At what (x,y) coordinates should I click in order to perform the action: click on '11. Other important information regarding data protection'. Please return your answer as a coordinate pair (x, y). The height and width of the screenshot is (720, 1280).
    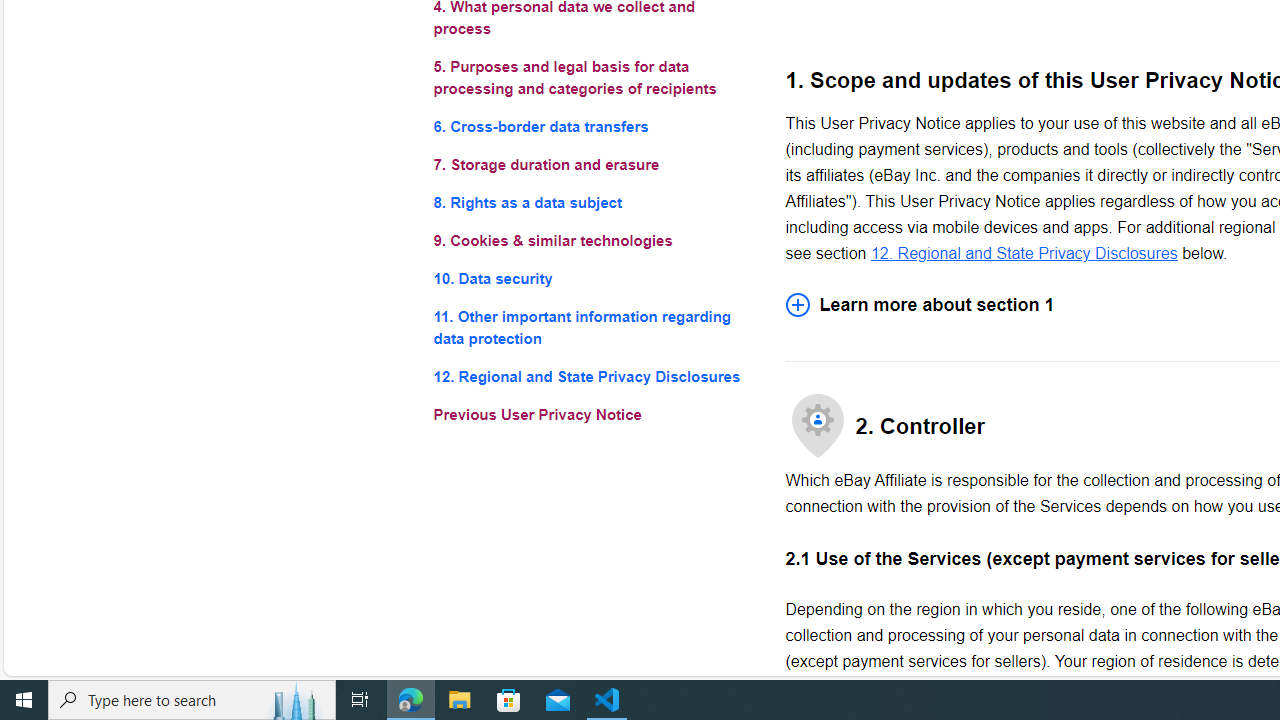
    Looking at the image, I should click on (592, 327).